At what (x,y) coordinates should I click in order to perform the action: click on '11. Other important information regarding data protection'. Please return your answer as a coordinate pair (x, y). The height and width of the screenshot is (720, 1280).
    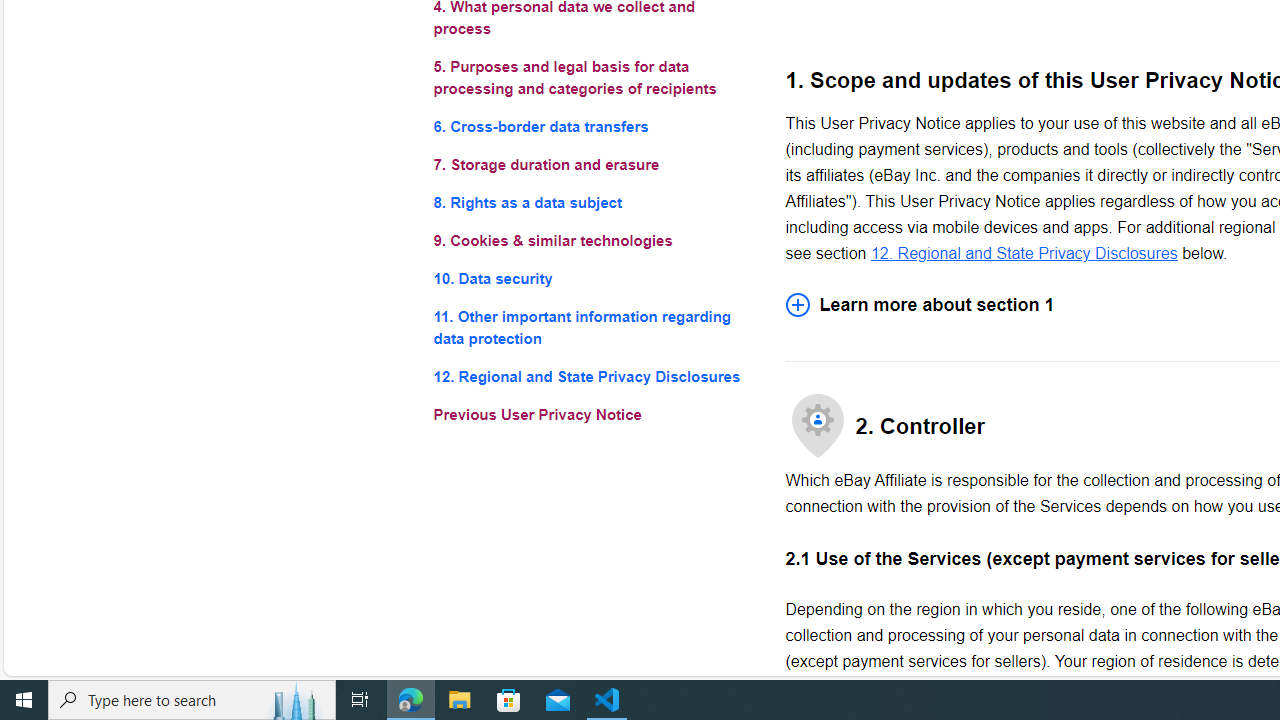
    Looking at the image, I should click on (592, 327).